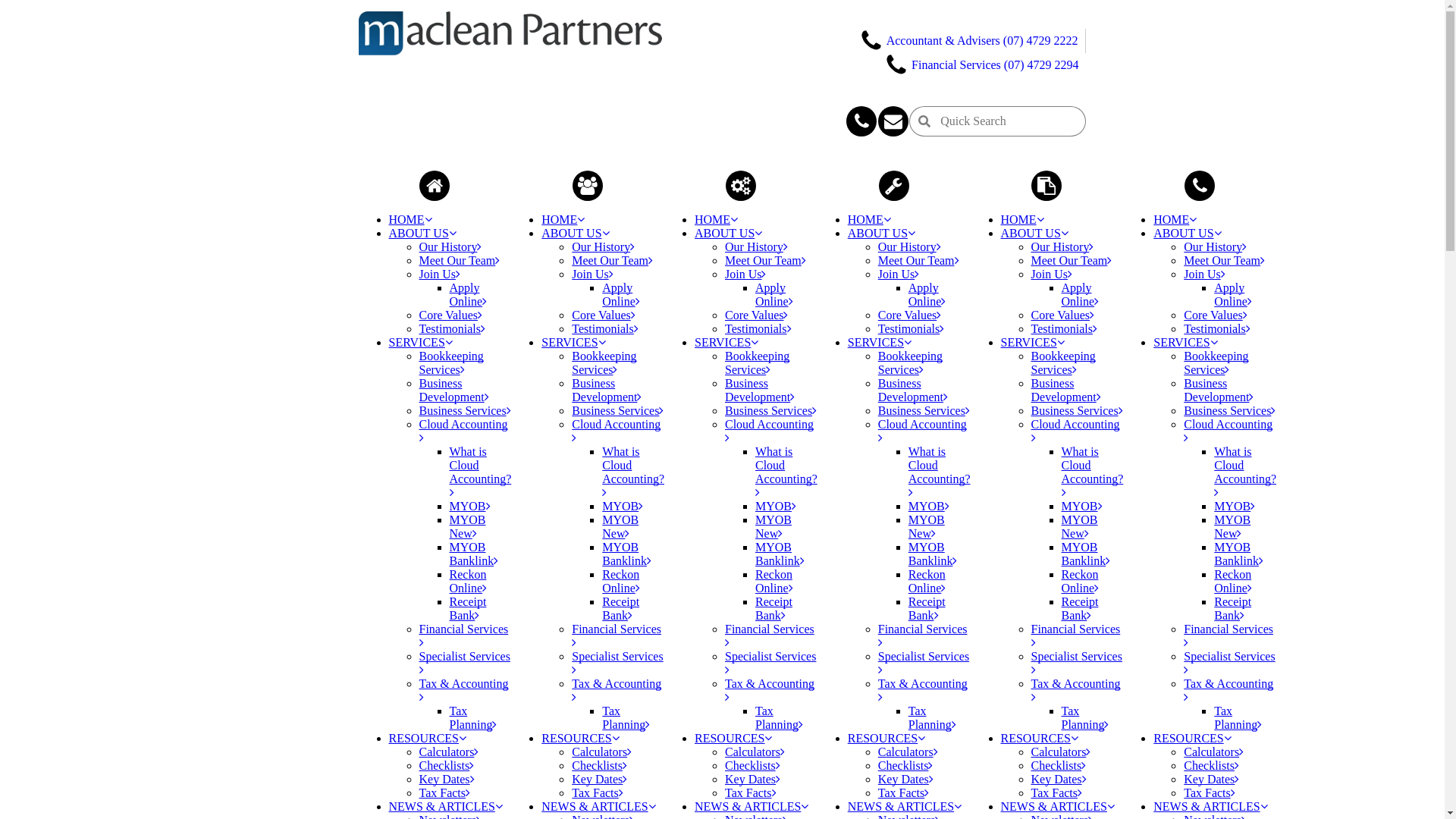 The height and width of the screenshot is (819, 1456). I want to click on 'Business Development', so click(1065, 389).